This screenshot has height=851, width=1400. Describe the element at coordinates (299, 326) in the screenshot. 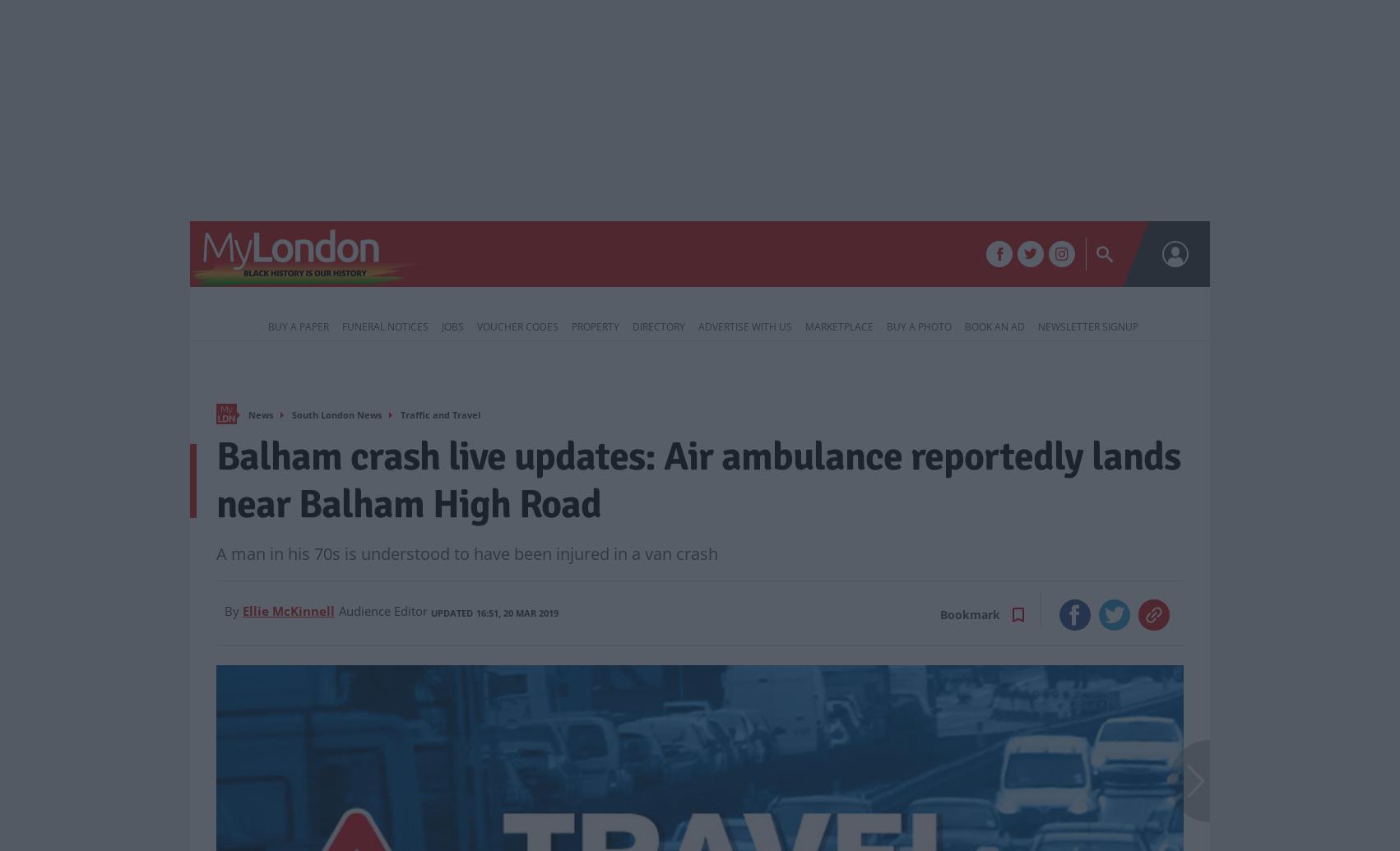

I see `'Buy a Paper'` at that location.